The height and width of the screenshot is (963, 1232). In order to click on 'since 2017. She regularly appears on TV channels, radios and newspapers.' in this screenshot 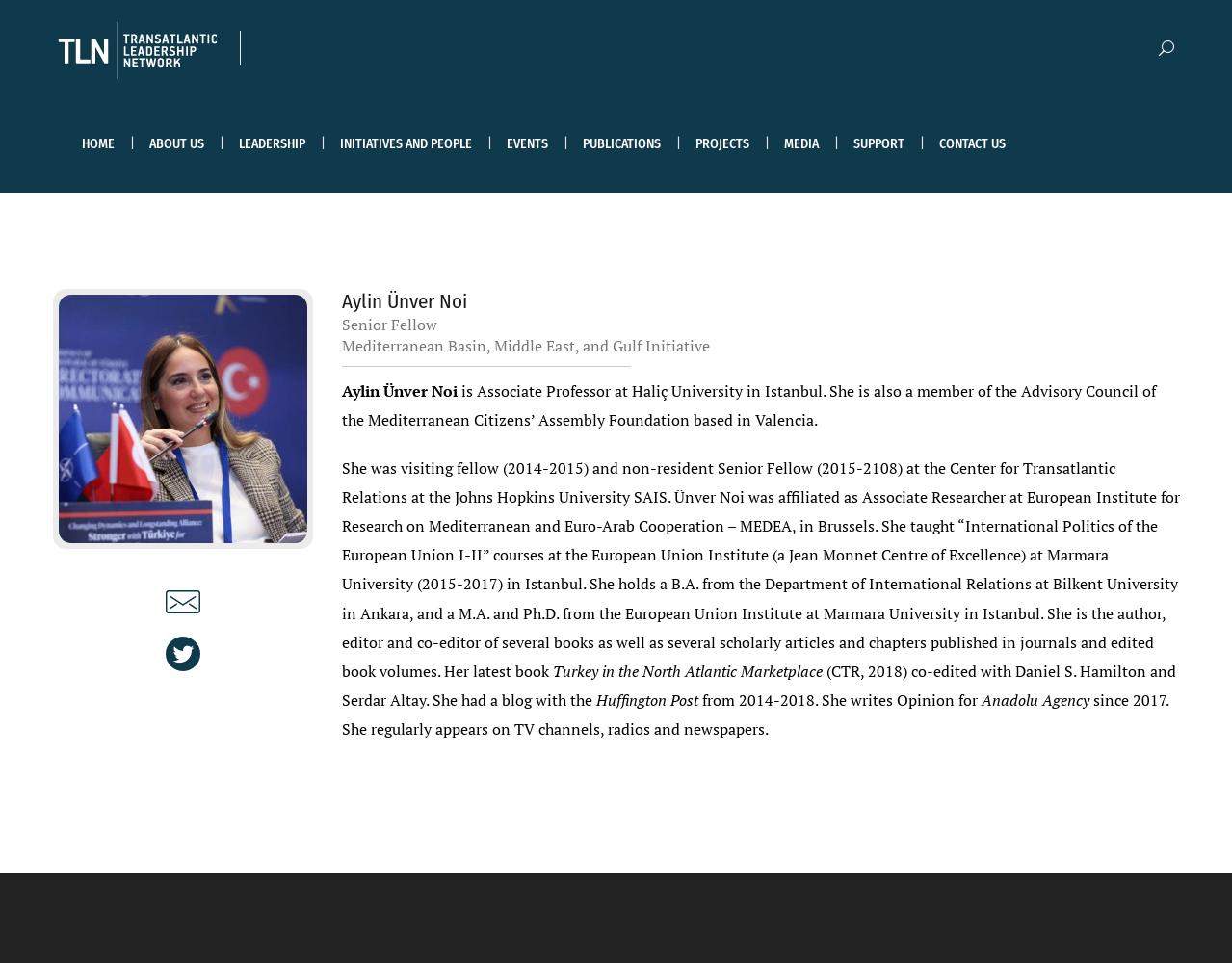, I will do `click(753, 713)`.